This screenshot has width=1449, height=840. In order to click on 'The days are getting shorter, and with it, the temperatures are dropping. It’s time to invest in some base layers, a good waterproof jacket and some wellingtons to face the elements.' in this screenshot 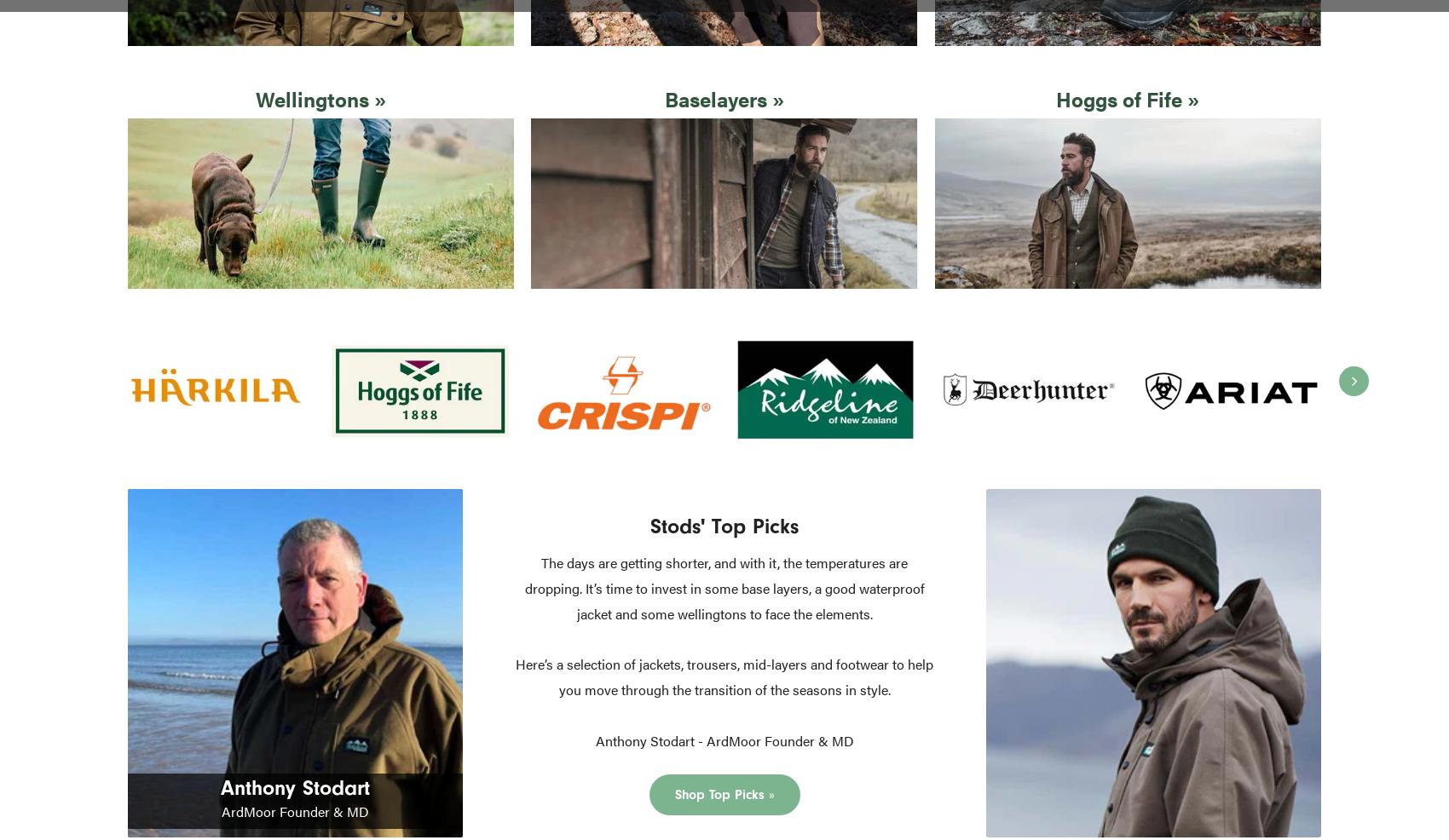, I will do `click(523, 586)`.